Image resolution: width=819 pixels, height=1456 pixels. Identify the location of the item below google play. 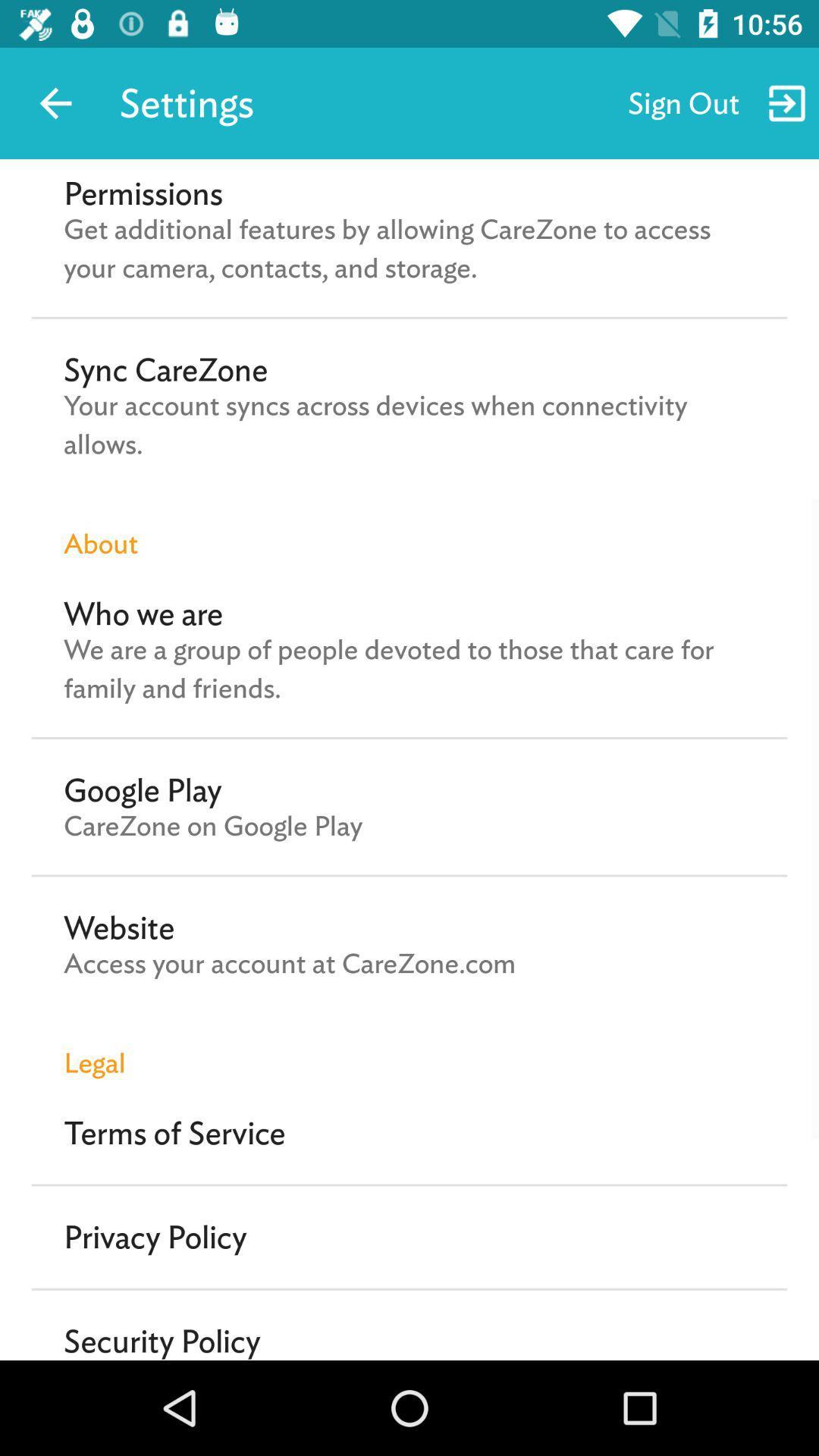
(213, 825).